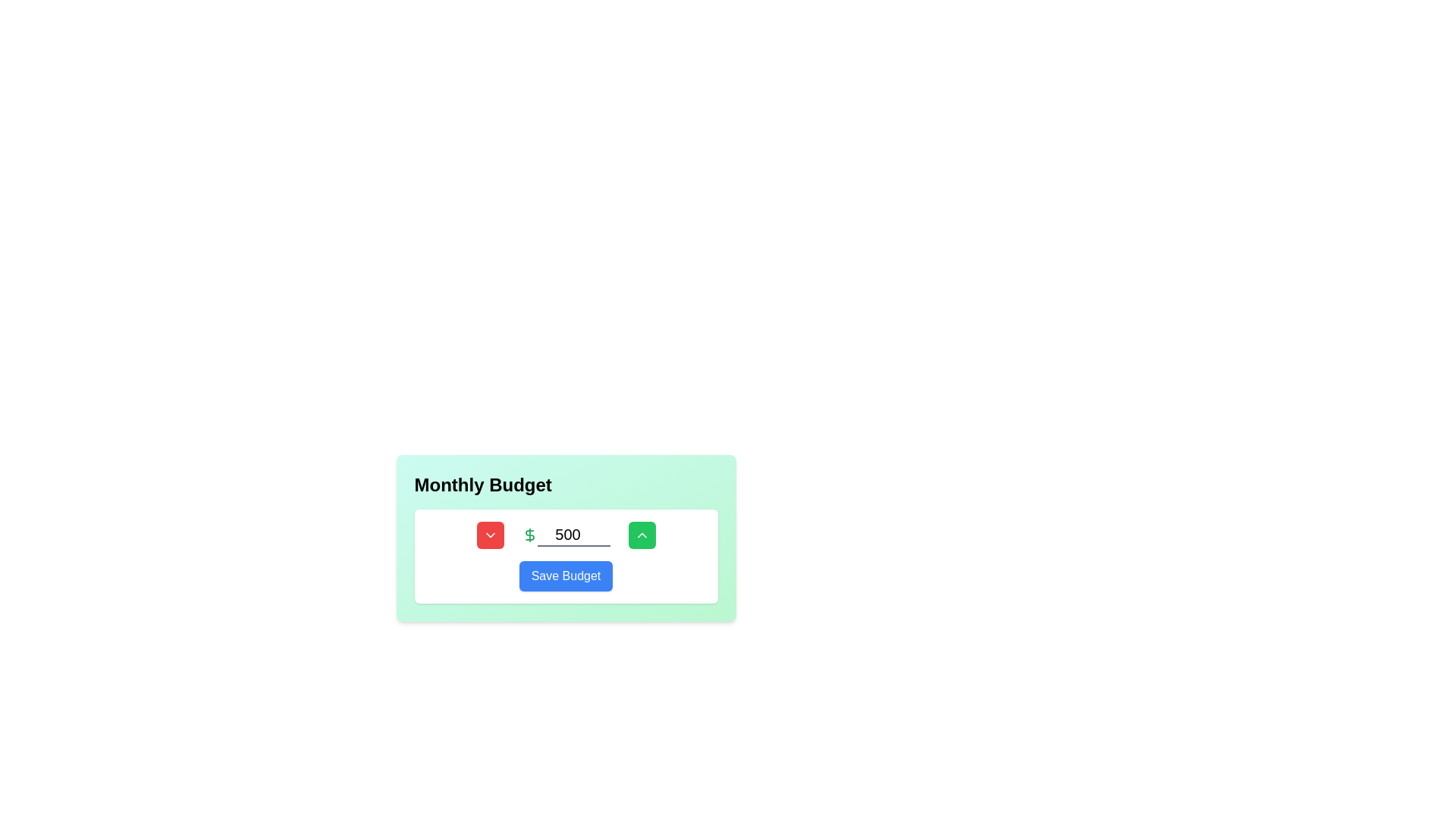  What do you see at coordinates (642, 534) in the screenshot?
I see `the Chevron up icon within the green button` at bounding box center [642, 534].